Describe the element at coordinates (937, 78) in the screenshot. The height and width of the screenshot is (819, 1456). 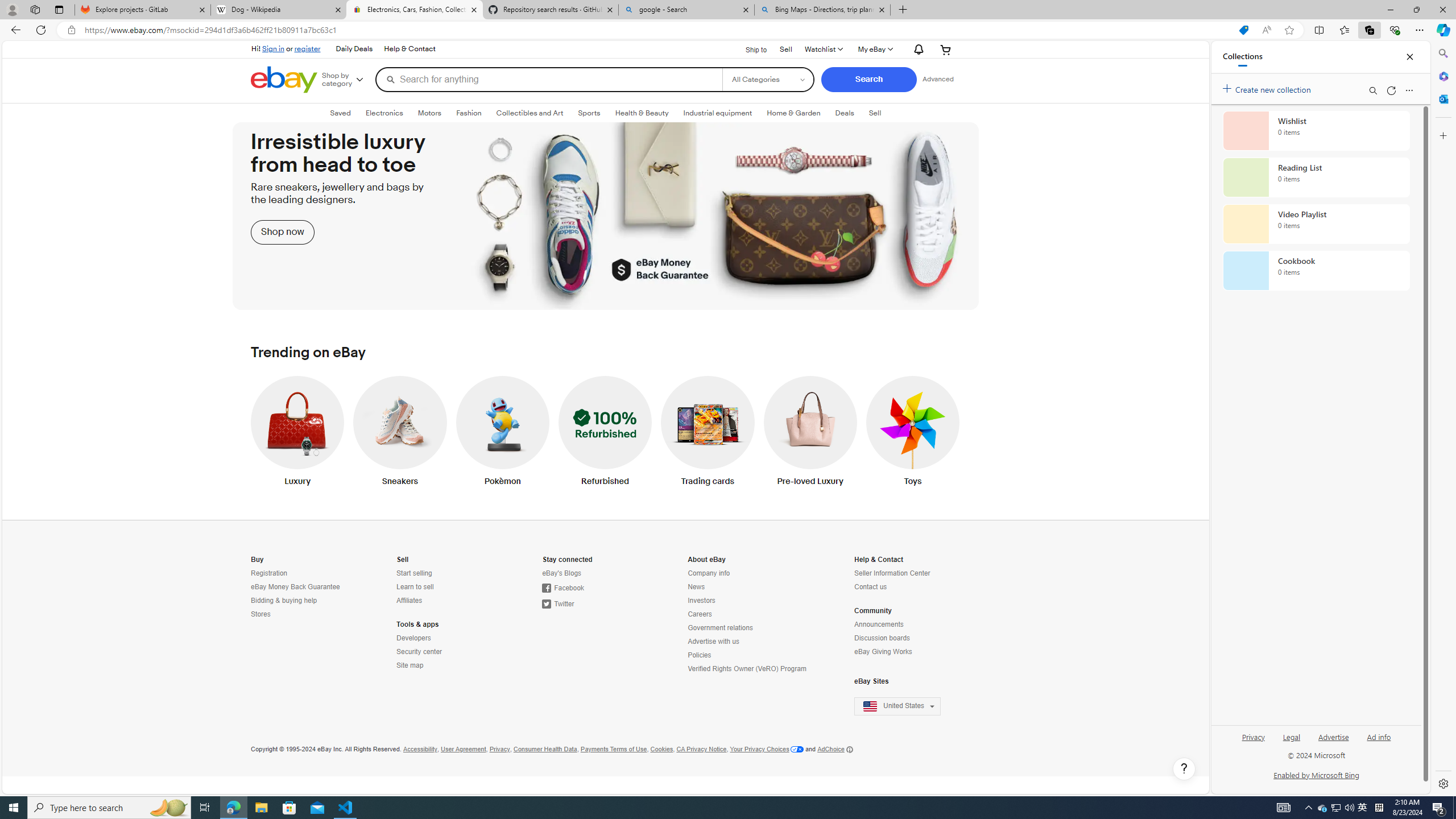
I see `'Advanced Search'` at that location.